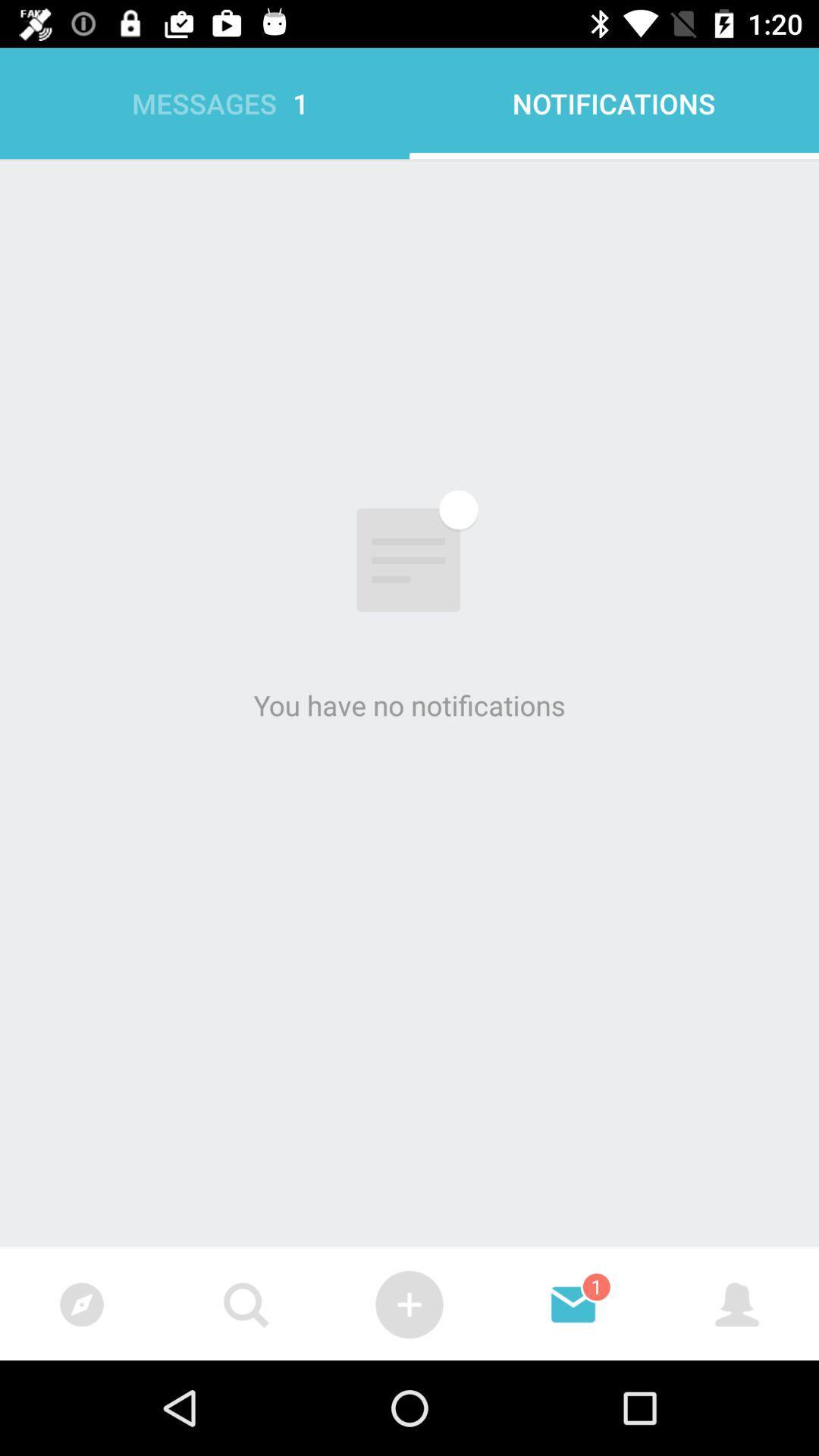 This screenshot has height=1456, width=819. Describe the element at coordinates (736, 1304) in the screenshot. I see `move to first icon at bottom right` at that location.